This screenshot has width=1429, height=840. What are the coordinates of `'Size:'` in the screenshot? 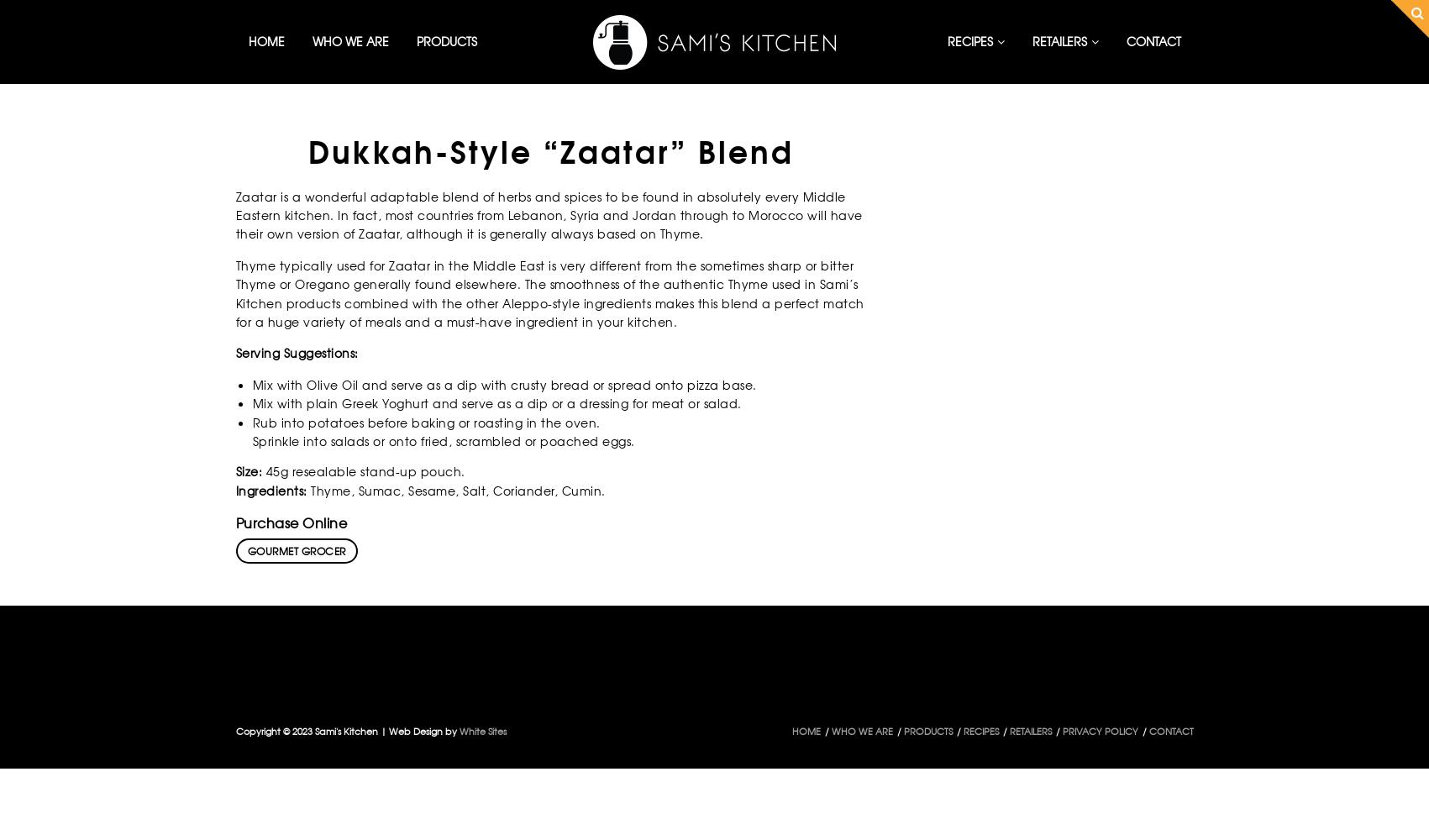 It's located at (234, 471).